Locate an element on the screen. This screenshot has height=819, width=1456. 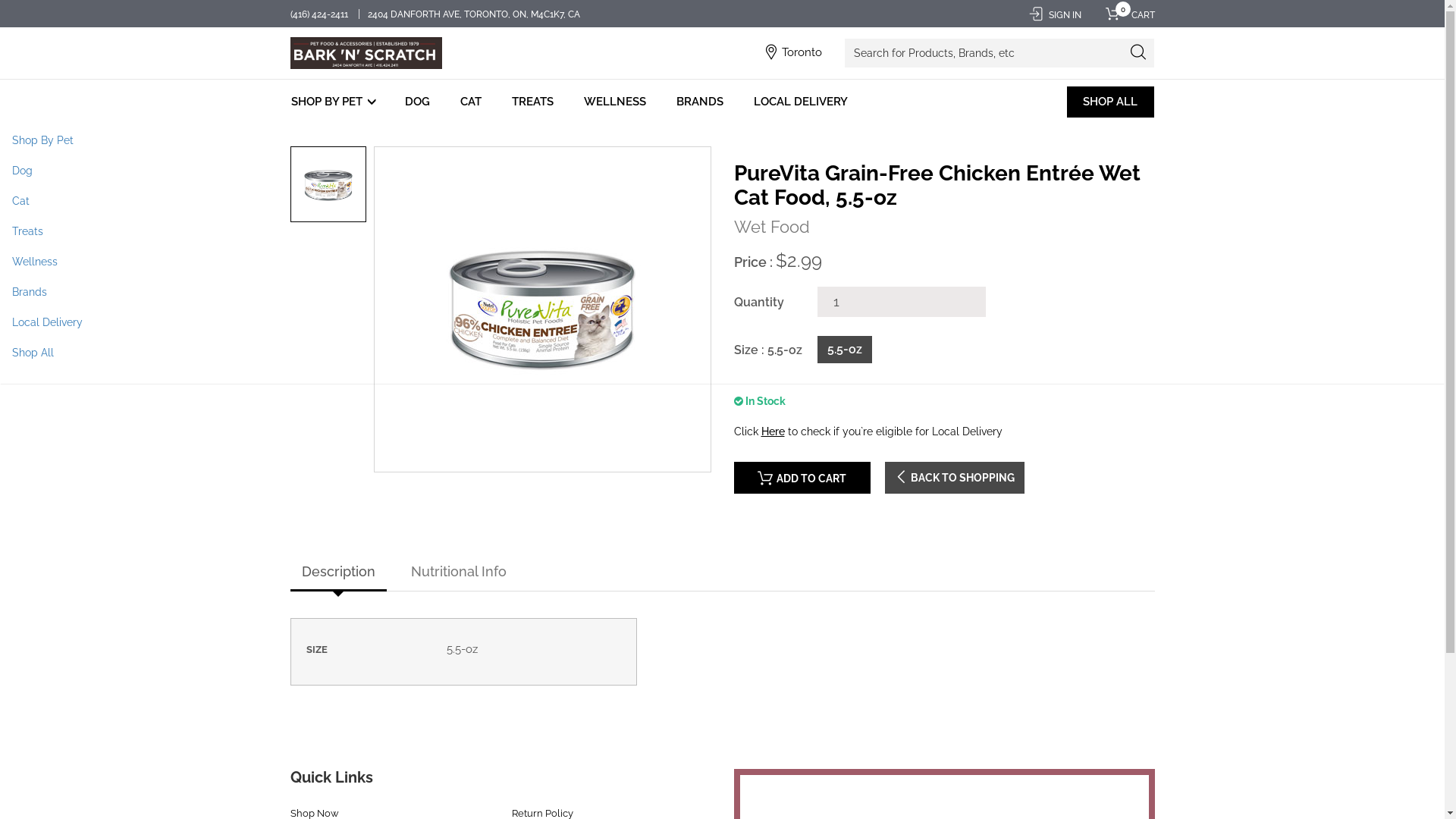
'(416) 424-2411' is located at coordinates (318, 14).